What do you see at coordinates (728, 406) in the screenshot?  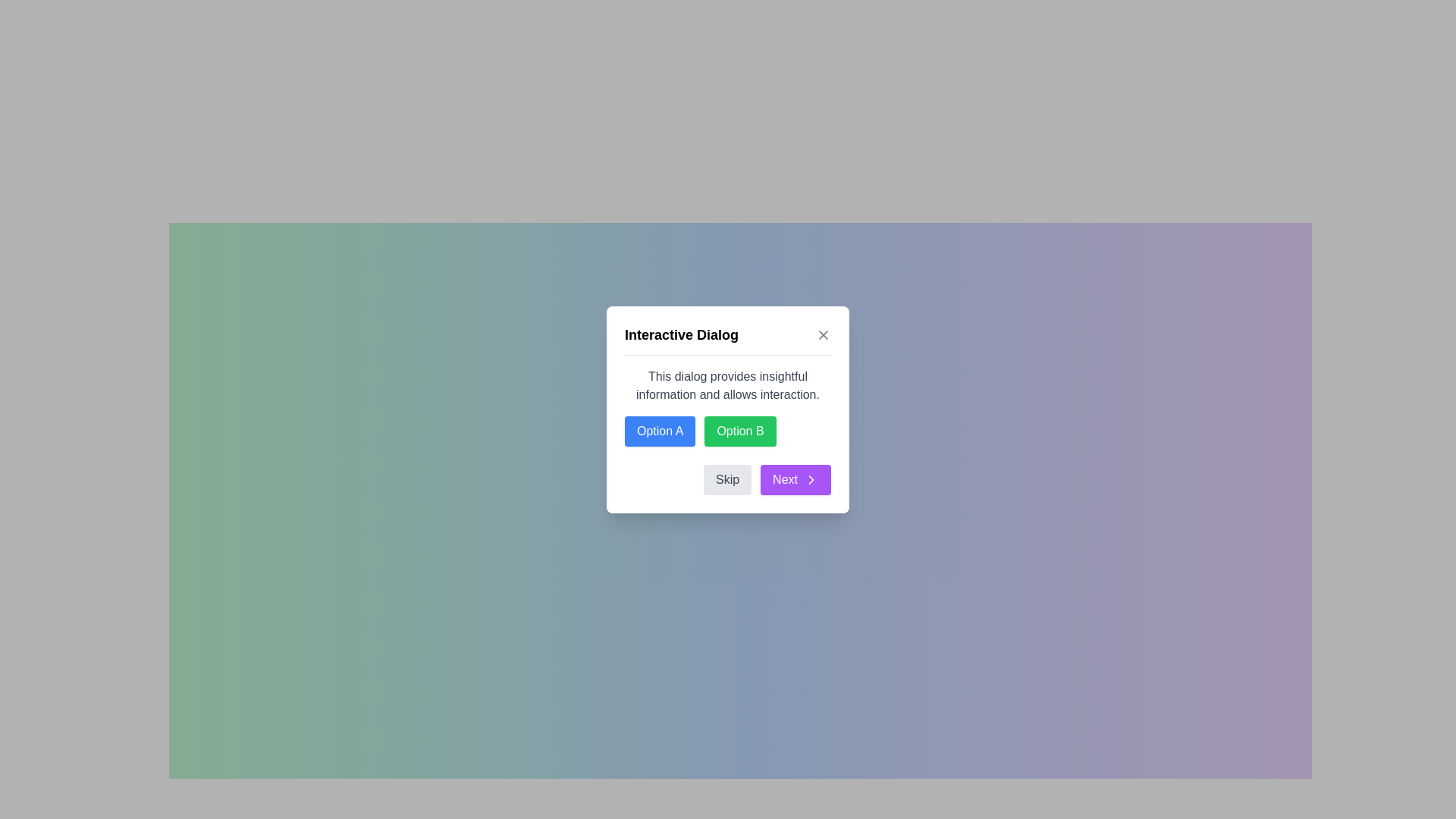 I see `the 'Option B' button located in the interactive dialog box under the header 'Interactive Dialog', which is styled in green and positioned horizontally next to 'Option A'` at bounding box center [728, 406].